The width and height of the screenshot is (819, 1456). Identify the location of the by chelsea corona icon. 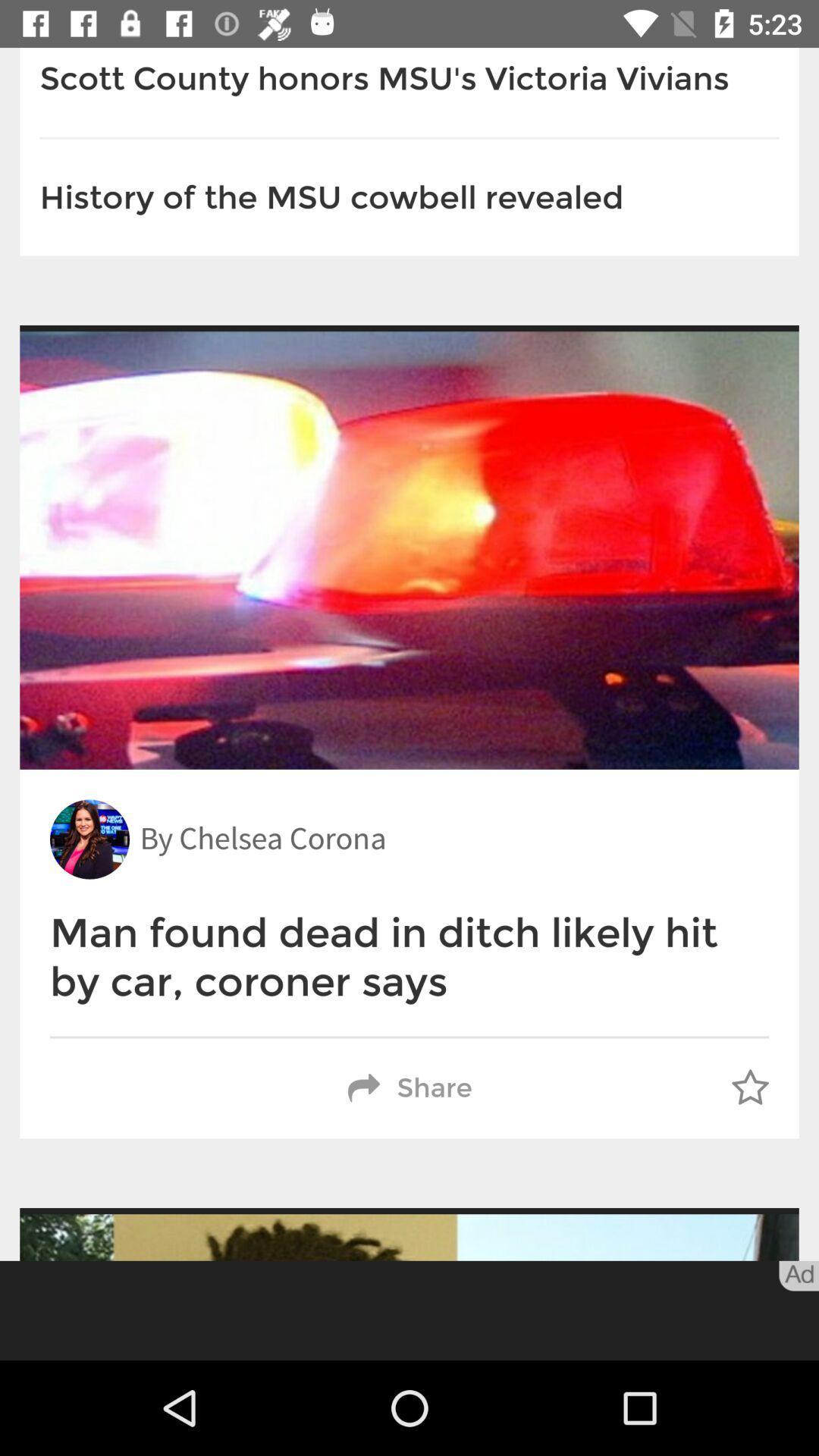
(262, 839).